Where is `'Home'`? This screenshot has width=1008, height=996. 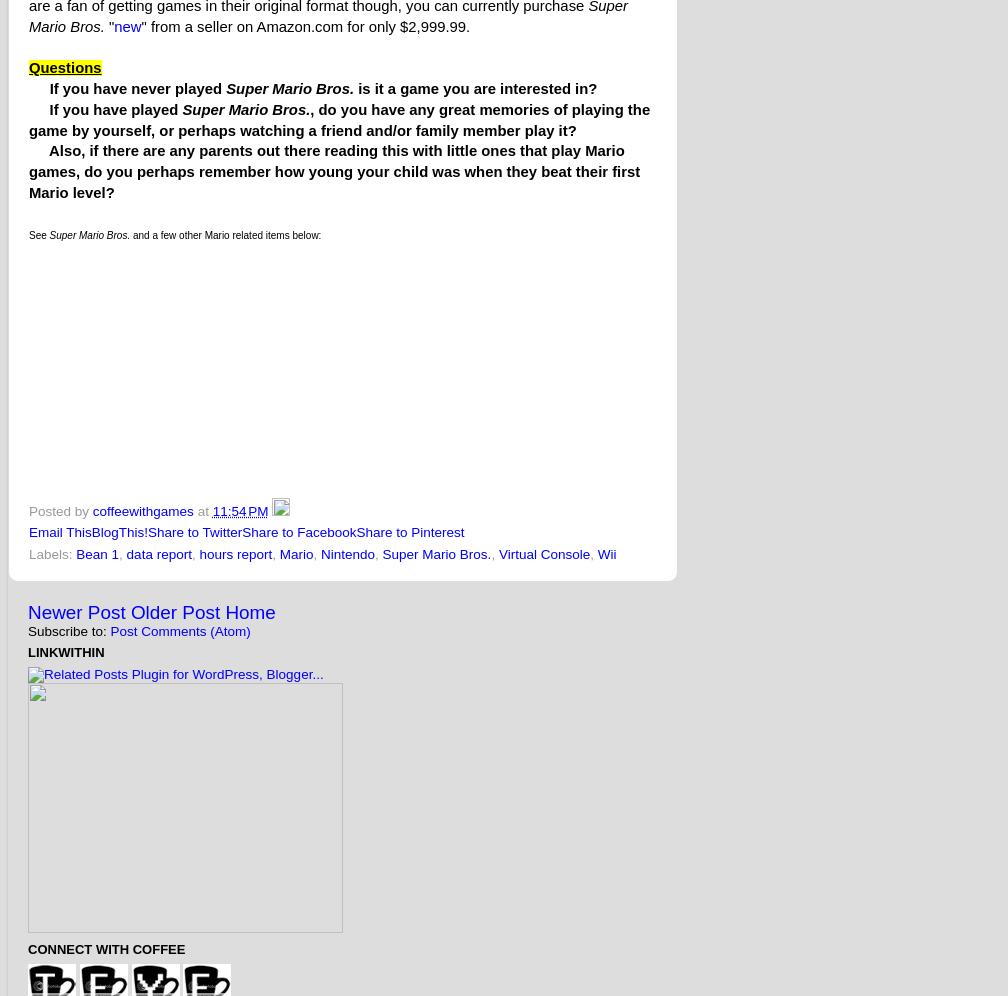 'Home' is located at coordinates (249, 611).